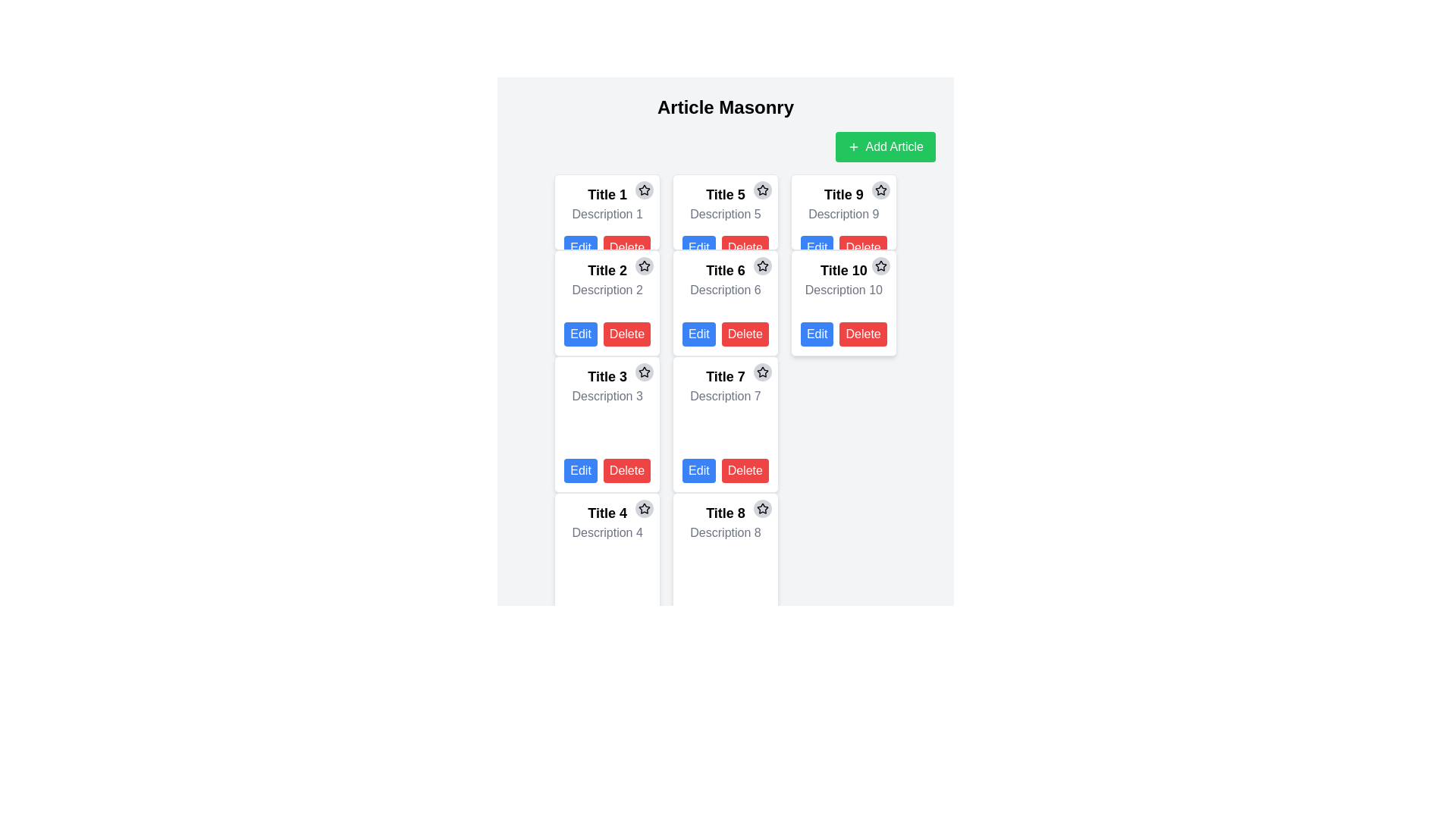 This screenshot has height=819, width=1456. I want to click on the favoriting button located at the top-right corner of the card titled 'Title 1', so click(644, 189).